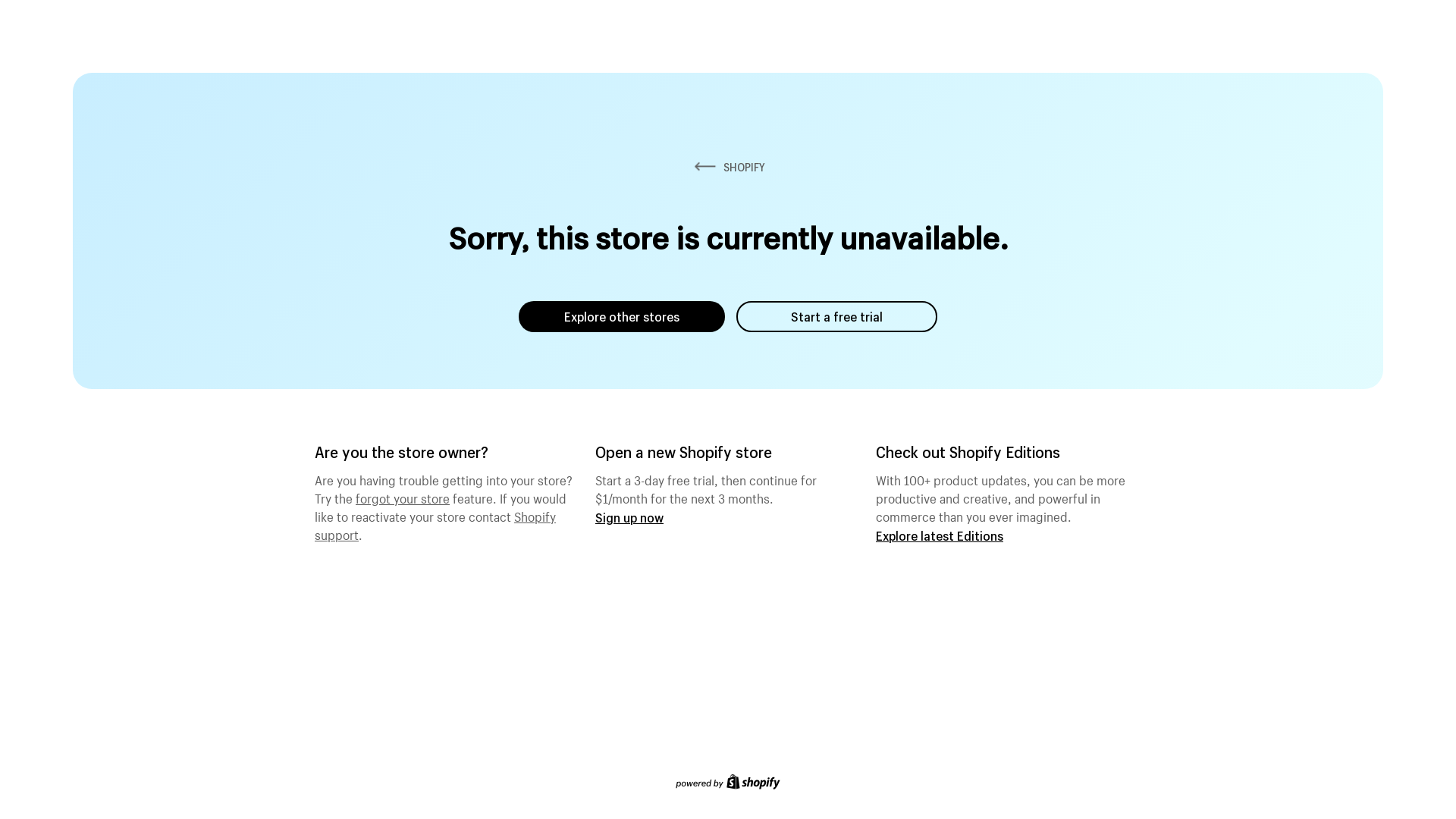 This screenshot has height=819, width=1456. What do you see at coordinates (403, 497) in the screenshot?
I see `'forgot your store'` at bounding box center [403, 497].